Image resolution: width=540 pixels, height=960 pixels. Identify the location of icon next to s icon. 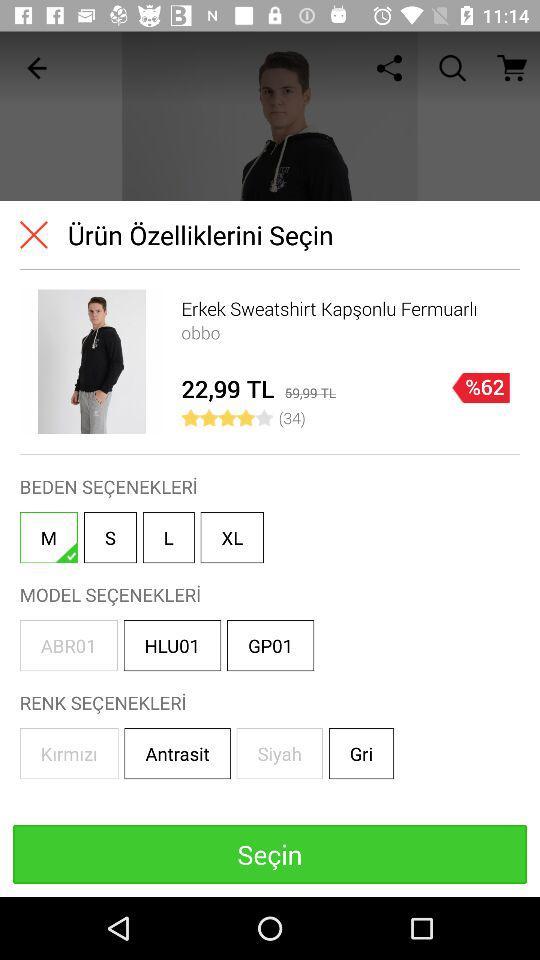
(167, 536).